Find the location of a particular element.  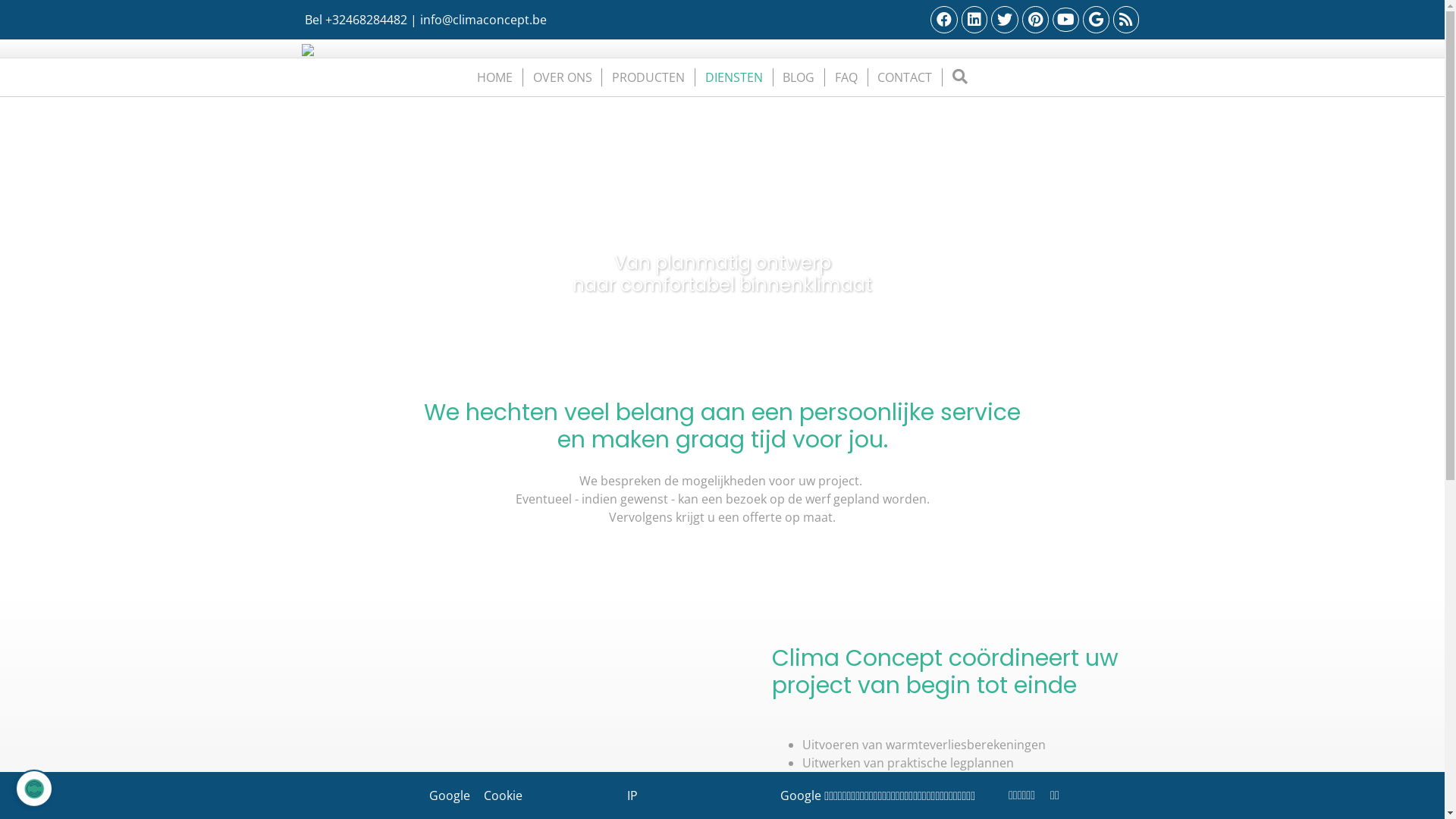

'HOME' is located at coordinates (494, 77).